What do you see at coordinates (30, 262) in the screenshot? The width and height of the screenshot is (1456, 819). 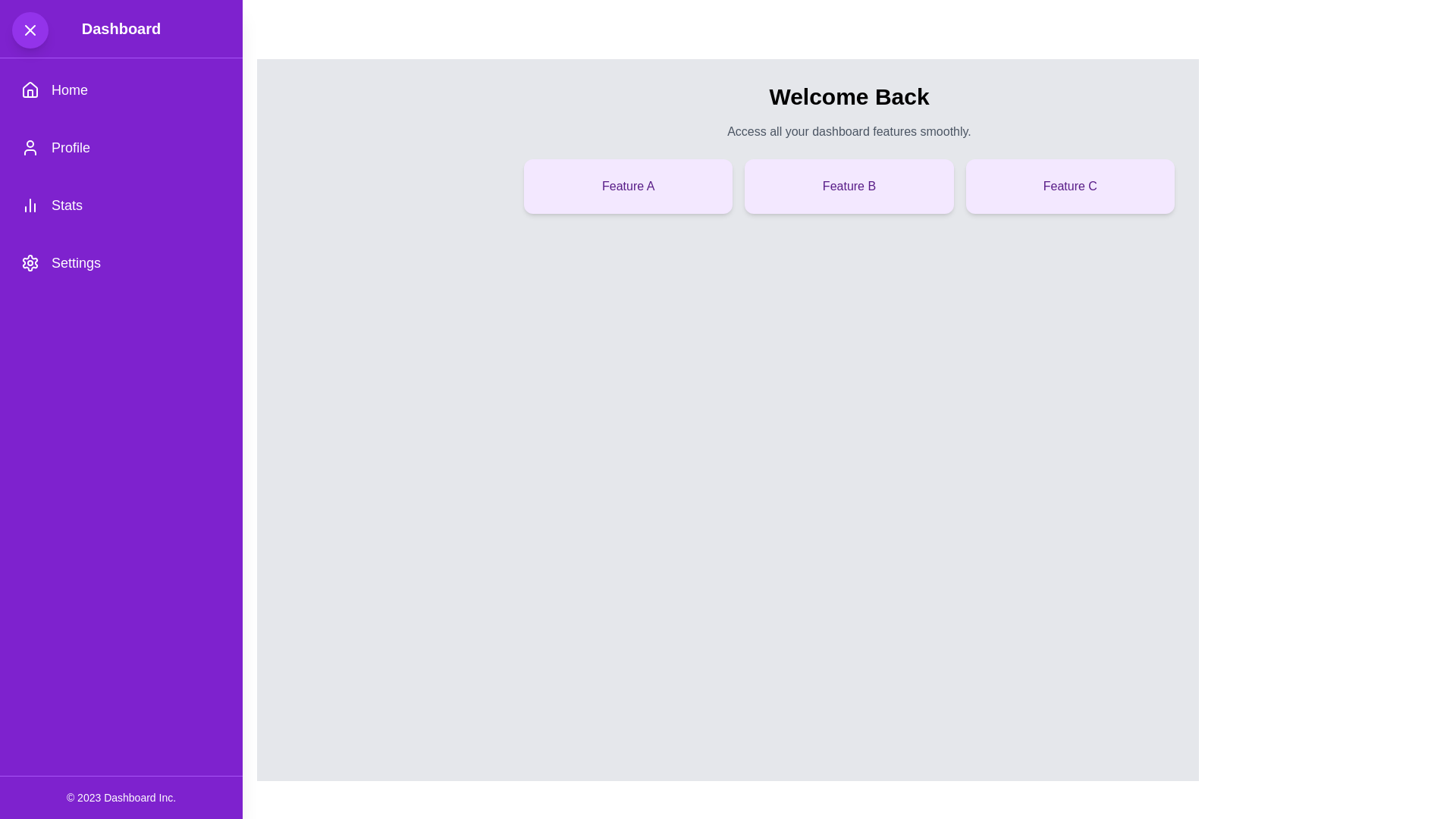 I see `the cogwheel icon located in the Settings menu of the left-side navigation bar, positioned next to the text 'Settings'` at bounding box center [30, 262].